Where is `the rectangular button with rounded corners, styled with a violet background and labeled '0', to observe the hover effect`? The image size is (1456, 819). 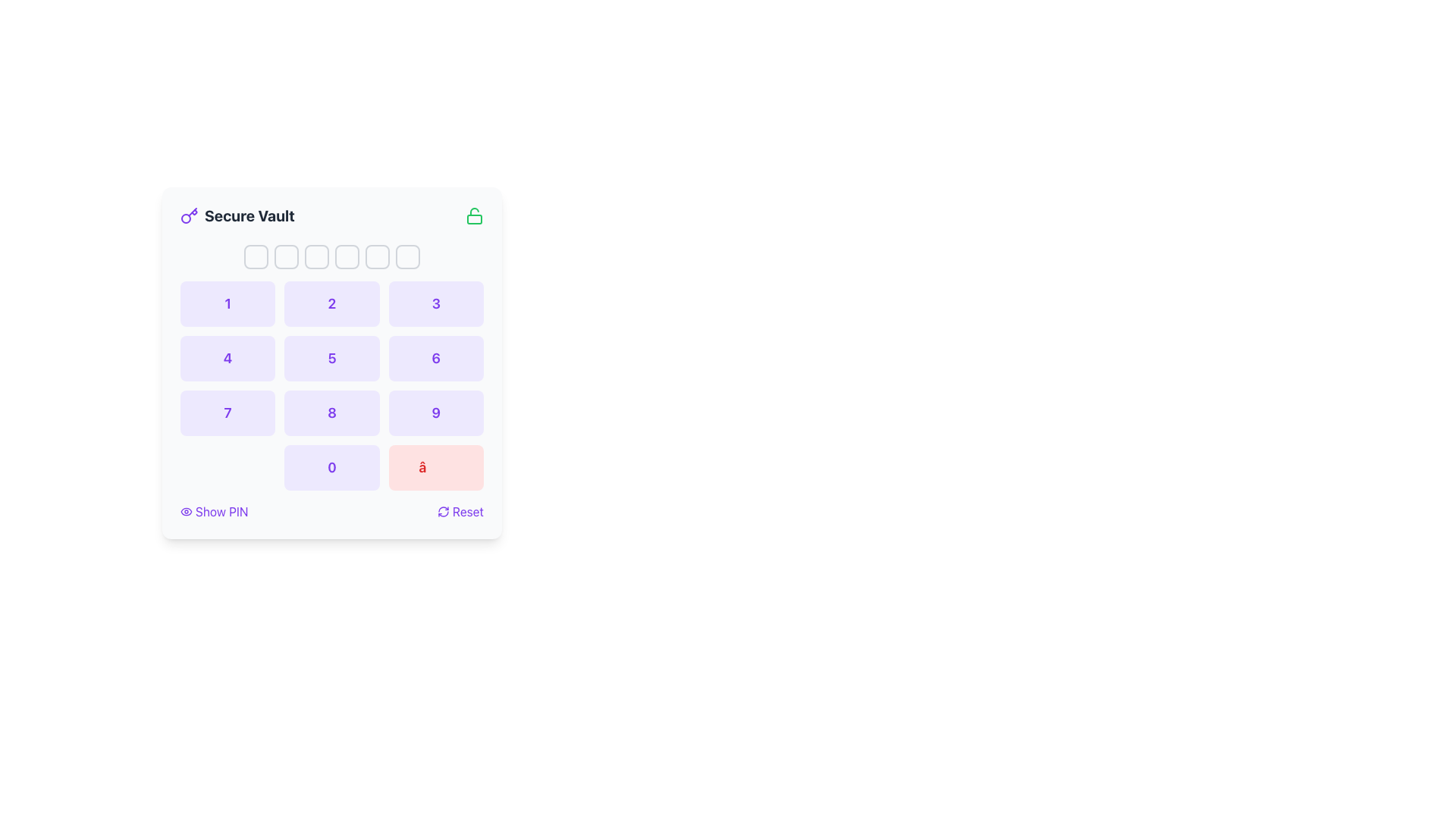
the rectangular button with rounded corners, styled with a violet background and labeled '0', to observe the hover effect is located at coordinates (331, 467).